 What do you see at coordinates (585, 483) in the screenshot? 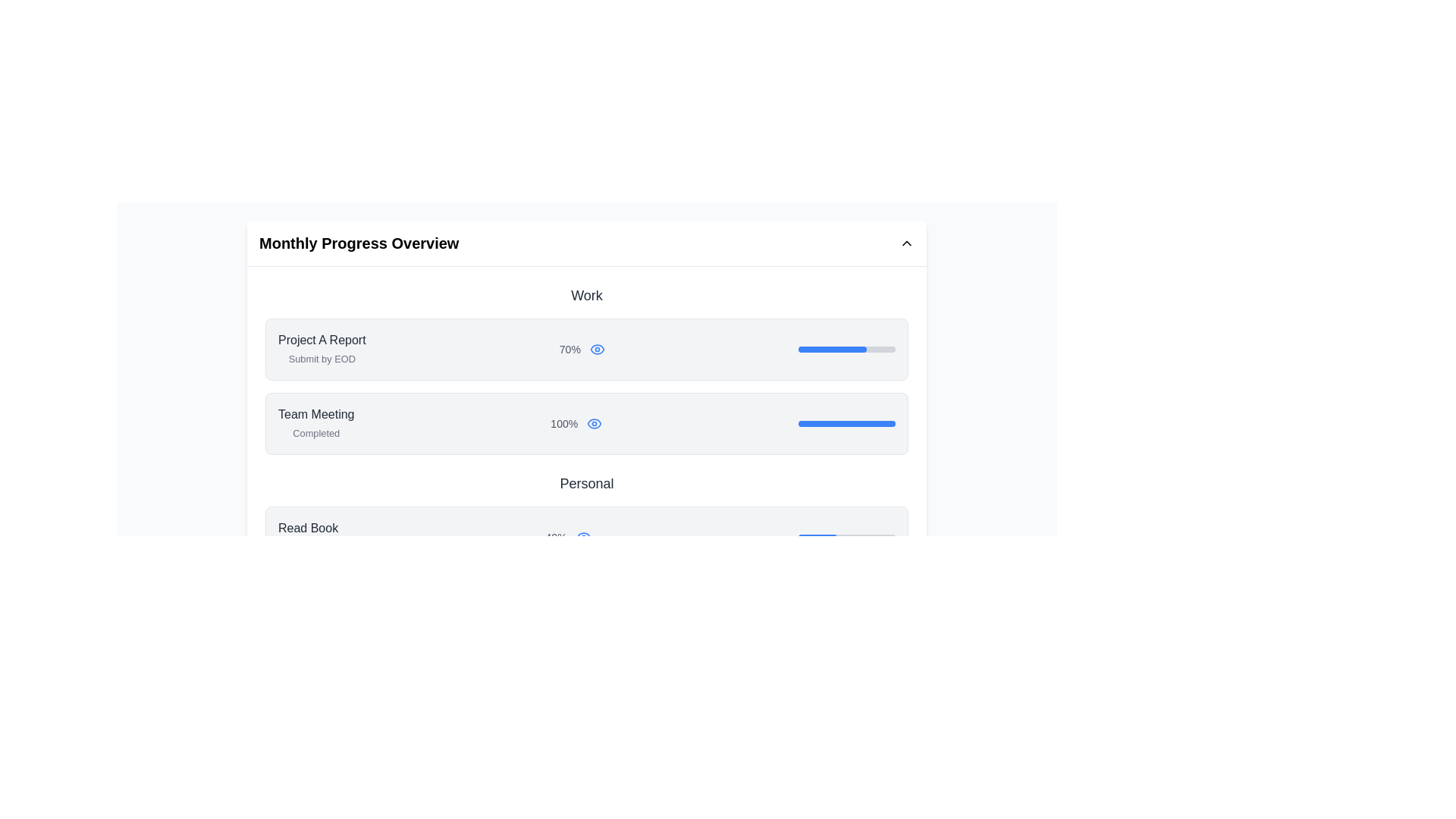
I see `the Text Label that serves as a category header for progress items in the 'Monthly Progress Overview', situated between 'Work' and 'Read Book' sections` at bounding box center [585, 483].